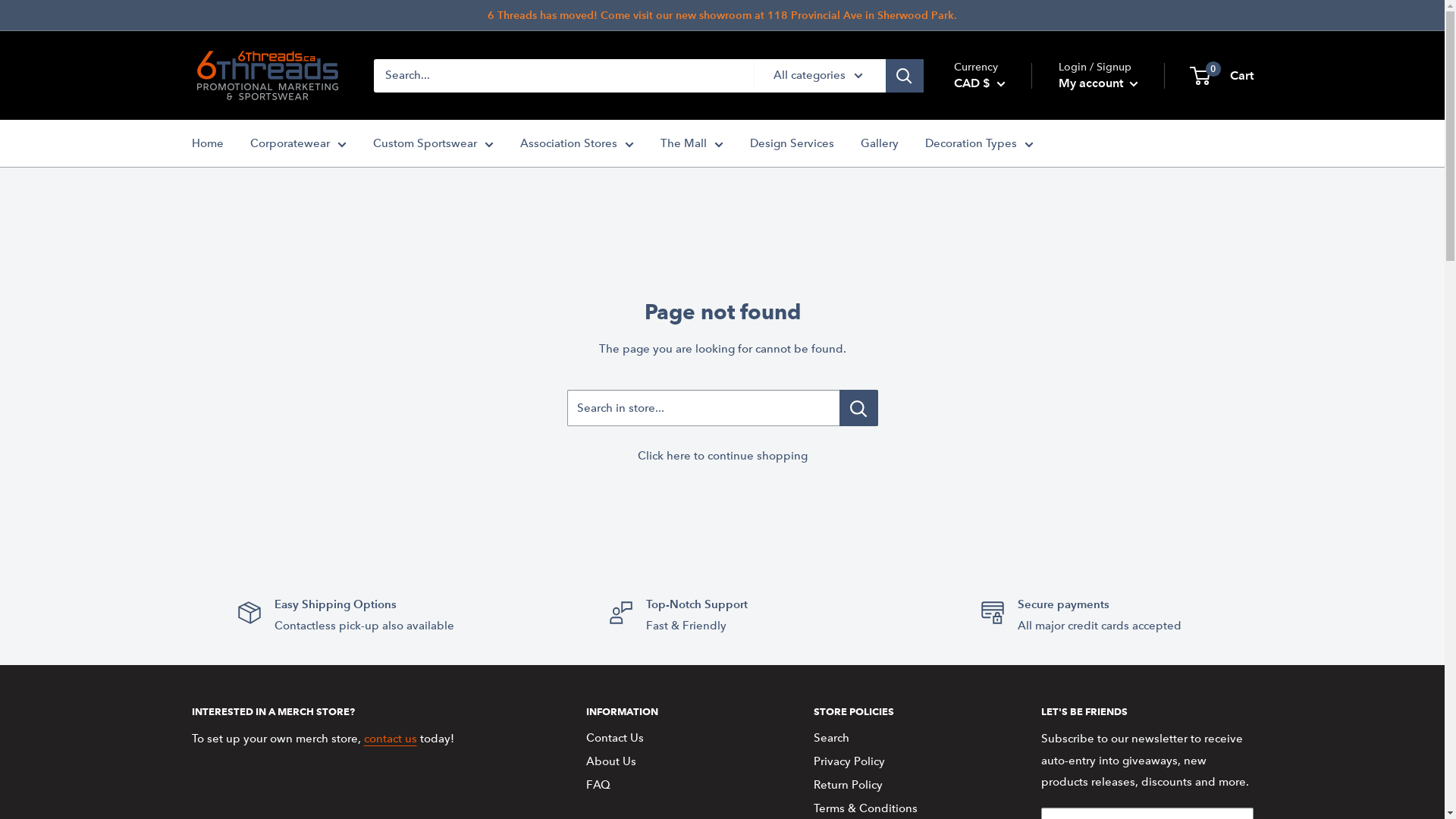 This screenshot has width=1456, height=819. Describe the element at coordinates (190, 143) in the screenshot. I see `'Home'` at that location.